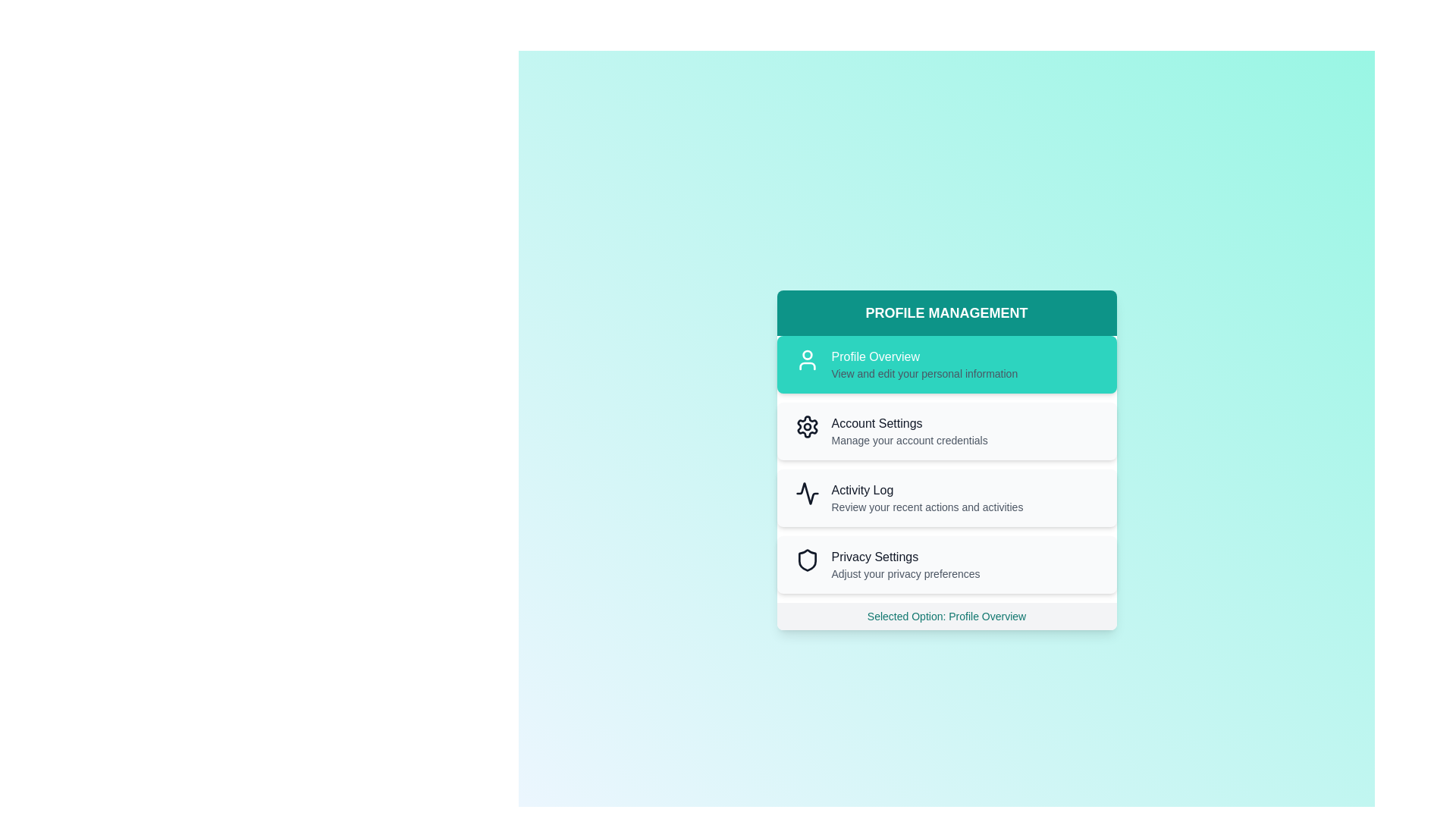 This screenshot has height=819, width=1456. I want to click on the menu option Privacy Settings by clicking on it, so click(946, 564).